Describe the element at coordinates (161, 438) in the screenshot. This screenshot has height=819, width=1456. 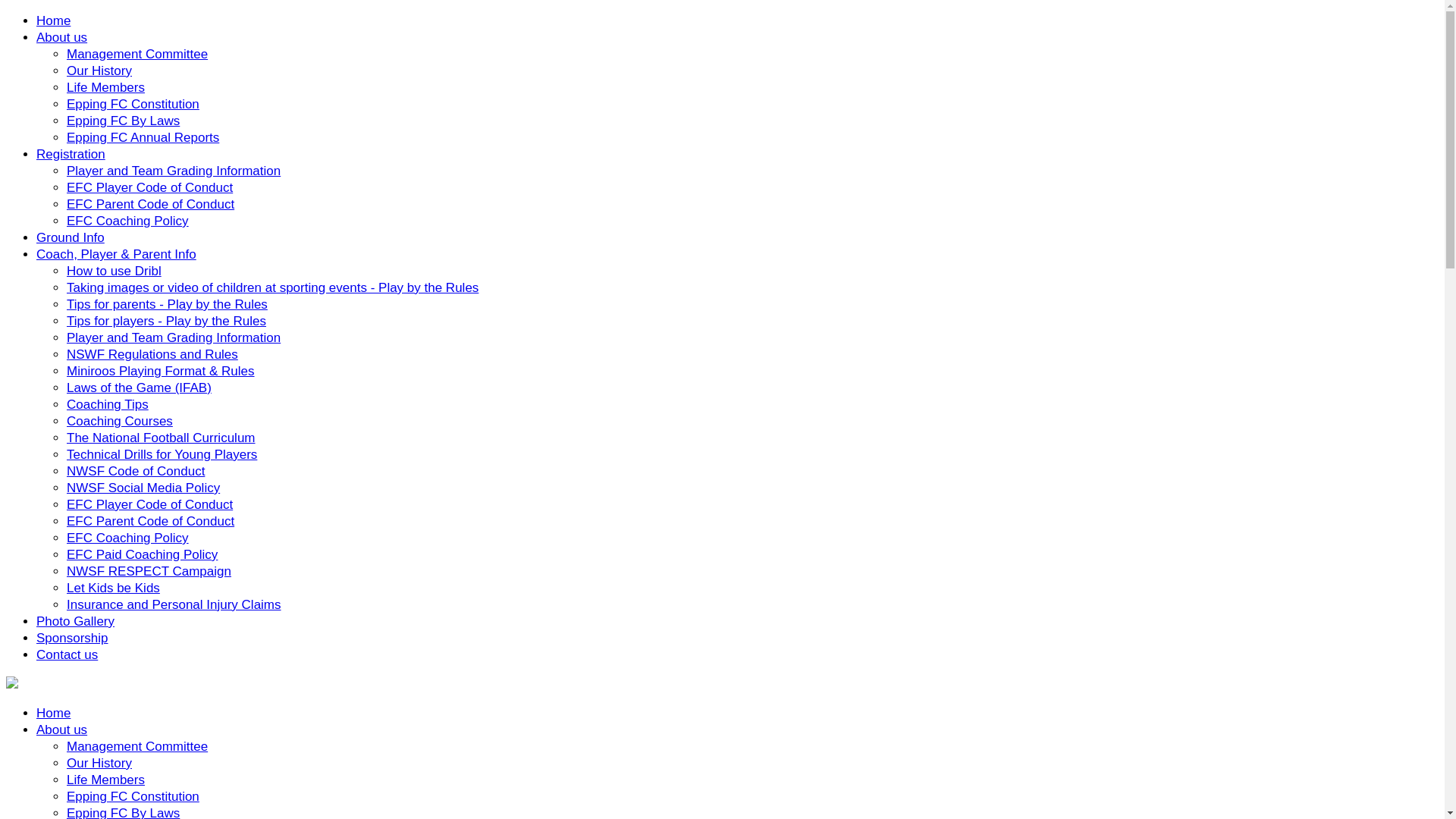
I see `'The National Football Curriculum'` at that location.